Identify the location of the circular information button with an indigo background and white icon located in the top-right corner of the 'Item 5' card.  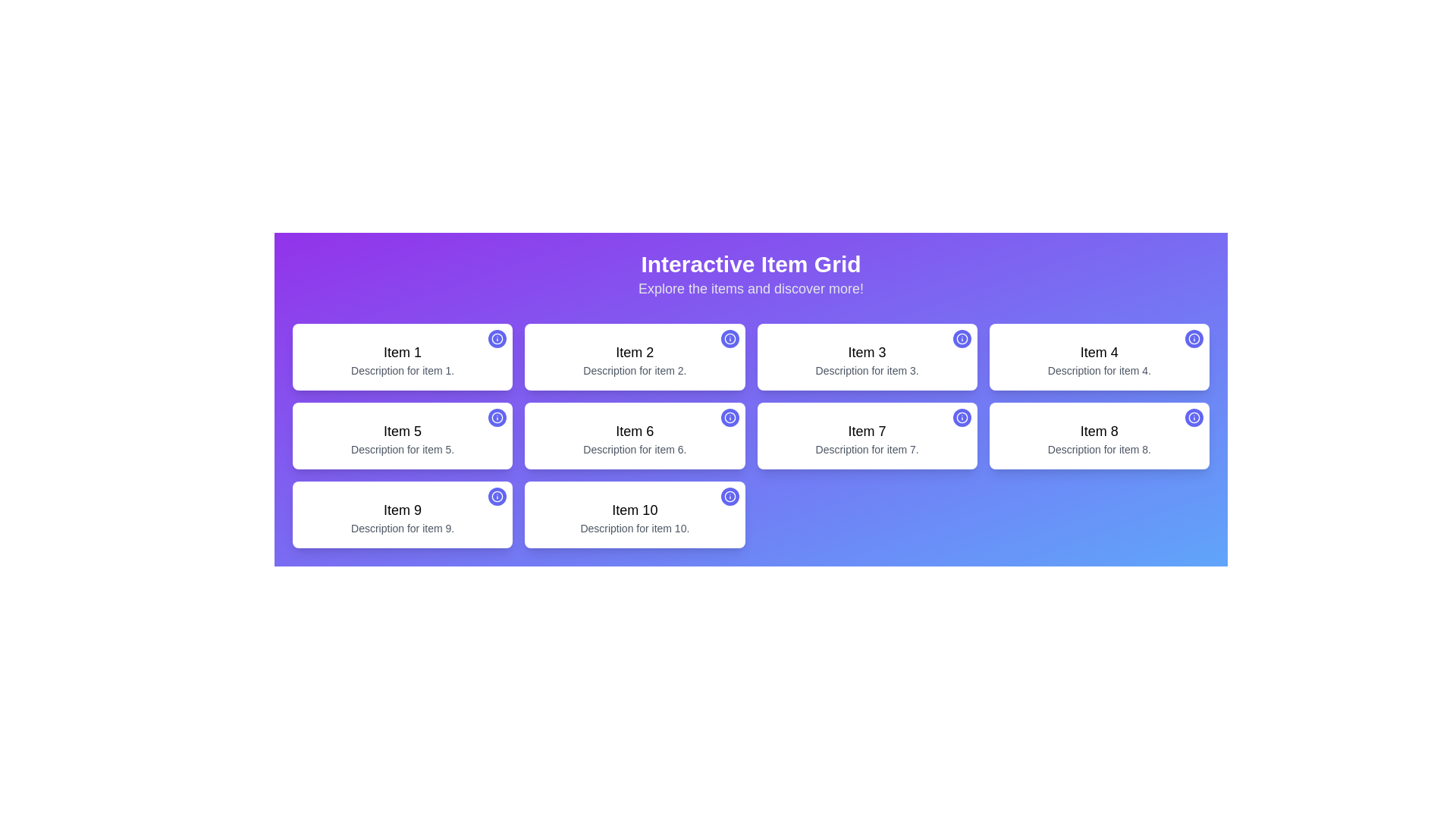
(497, 418).